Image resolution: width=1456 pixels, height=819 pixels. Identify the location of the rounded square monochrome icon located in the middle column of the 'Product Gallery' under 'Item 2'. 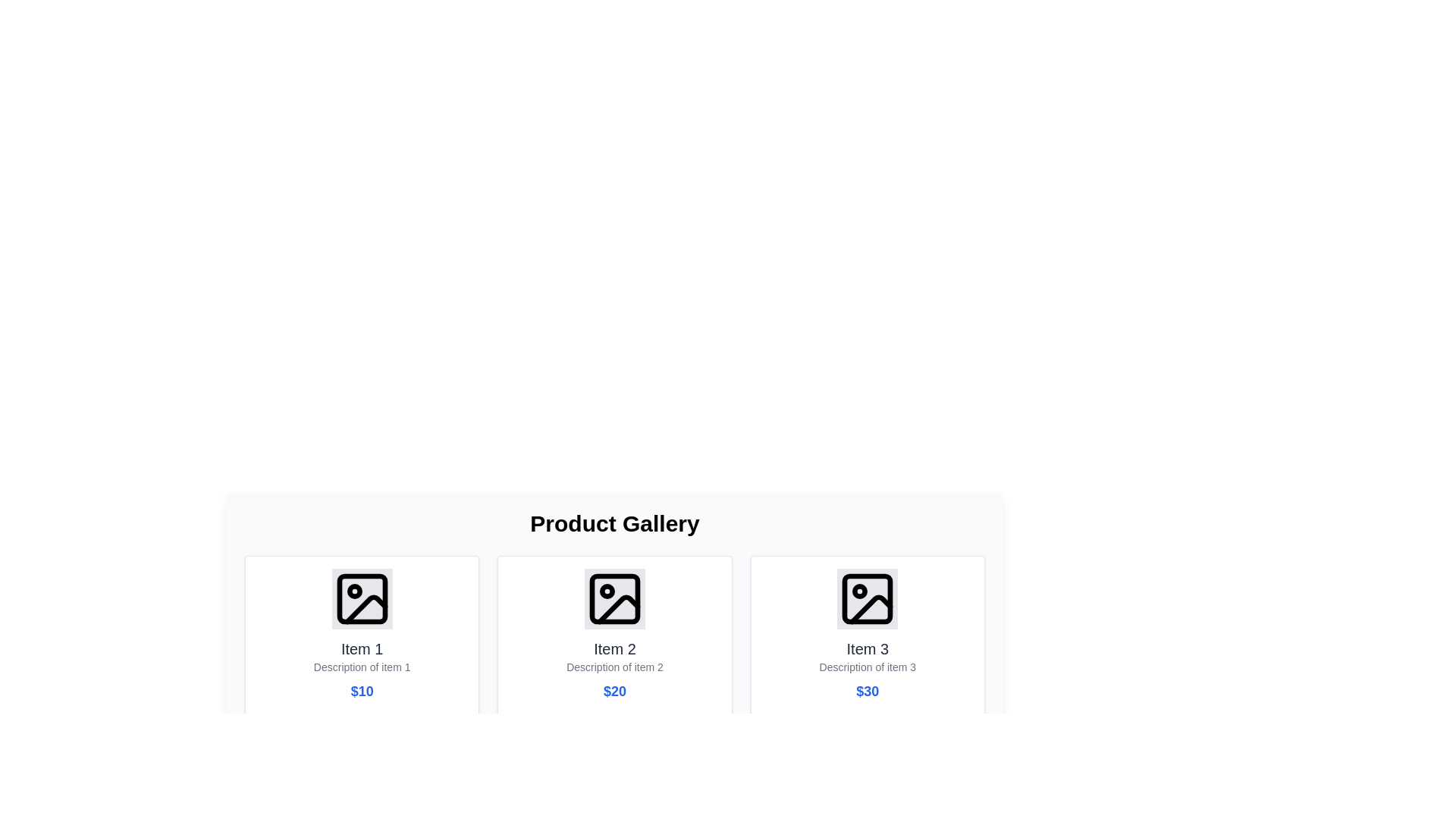
(615, 598).